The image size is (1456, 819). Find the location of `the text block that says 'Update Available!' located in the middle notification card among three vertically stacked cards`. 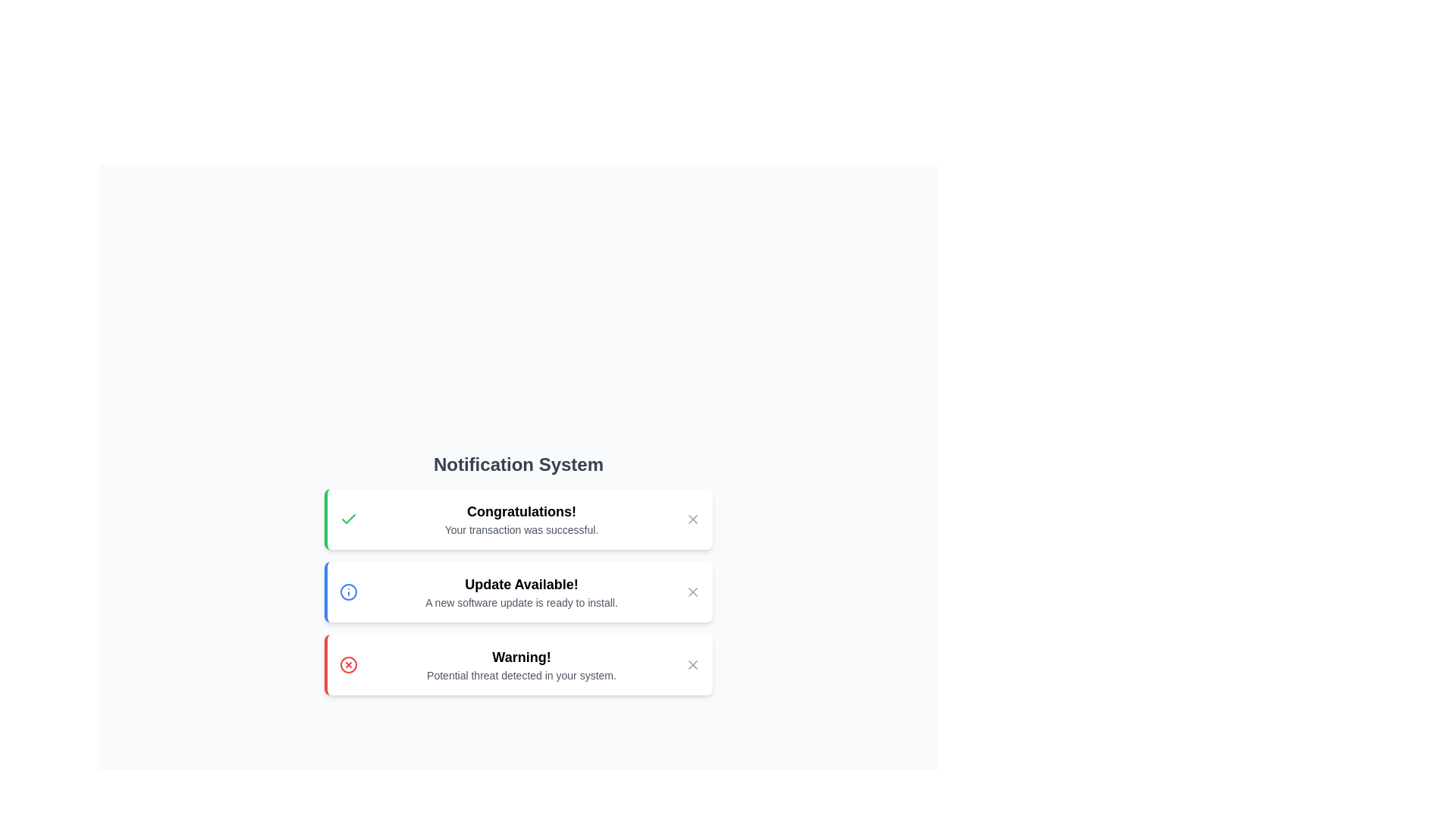

the text block that says 'Update Available!' located in the middle notification card among three vertically stacked cards is located at coordinates (521, 591).